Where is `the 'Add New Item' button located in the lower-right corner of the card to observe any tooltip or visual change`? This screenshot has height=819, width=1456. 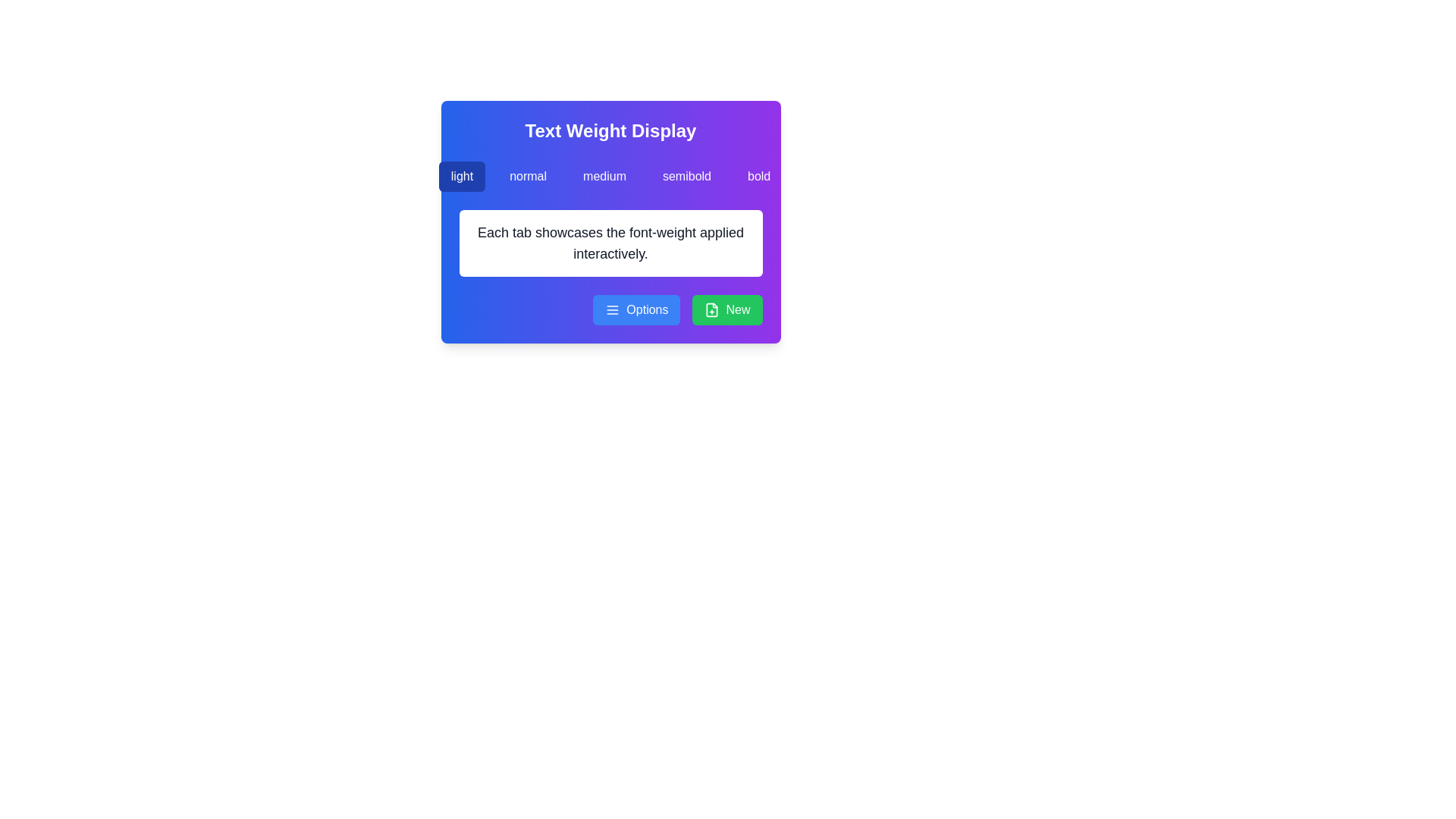 the 'Add New Item' button located in the lower-right corner of the card to observe any tooltip or visual change is located at coordinates (726, 309).